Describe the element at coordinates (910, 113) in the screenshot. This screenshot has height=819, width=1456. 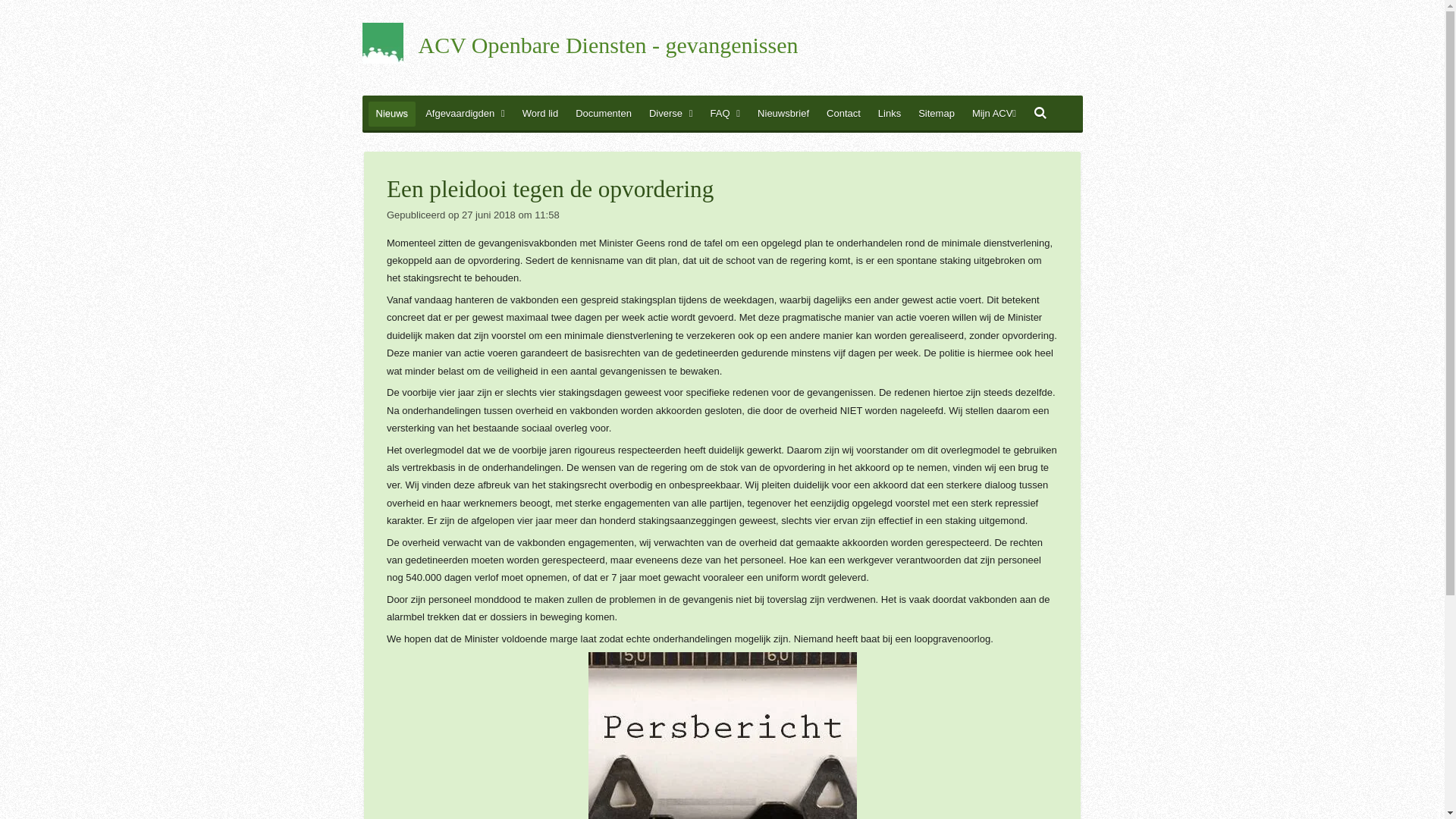
I see `'Sitemap'` at that location.